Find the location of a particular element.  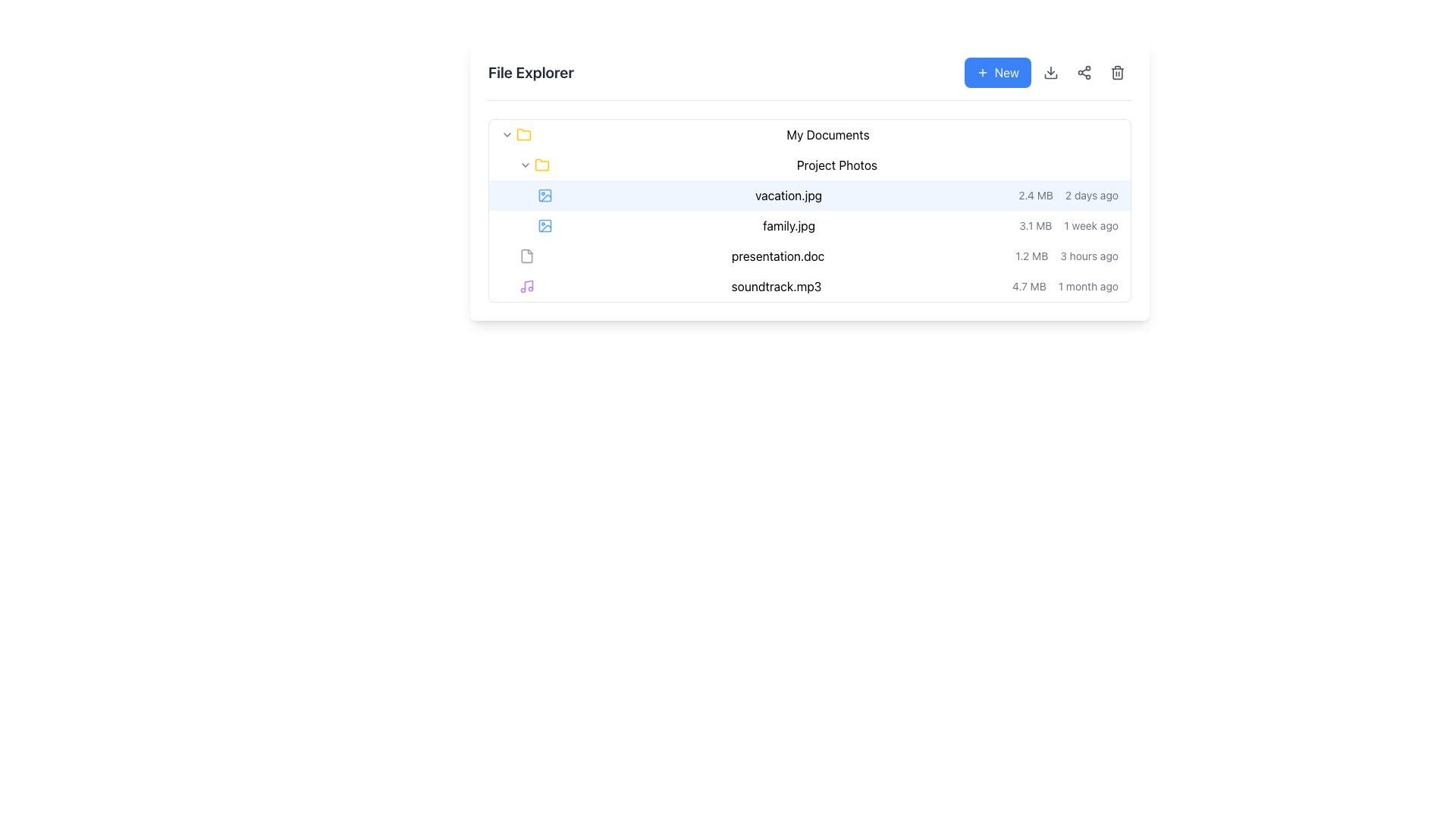

on the file entry component representing 'vacation.jpg' is located at coordinates (809, 195).